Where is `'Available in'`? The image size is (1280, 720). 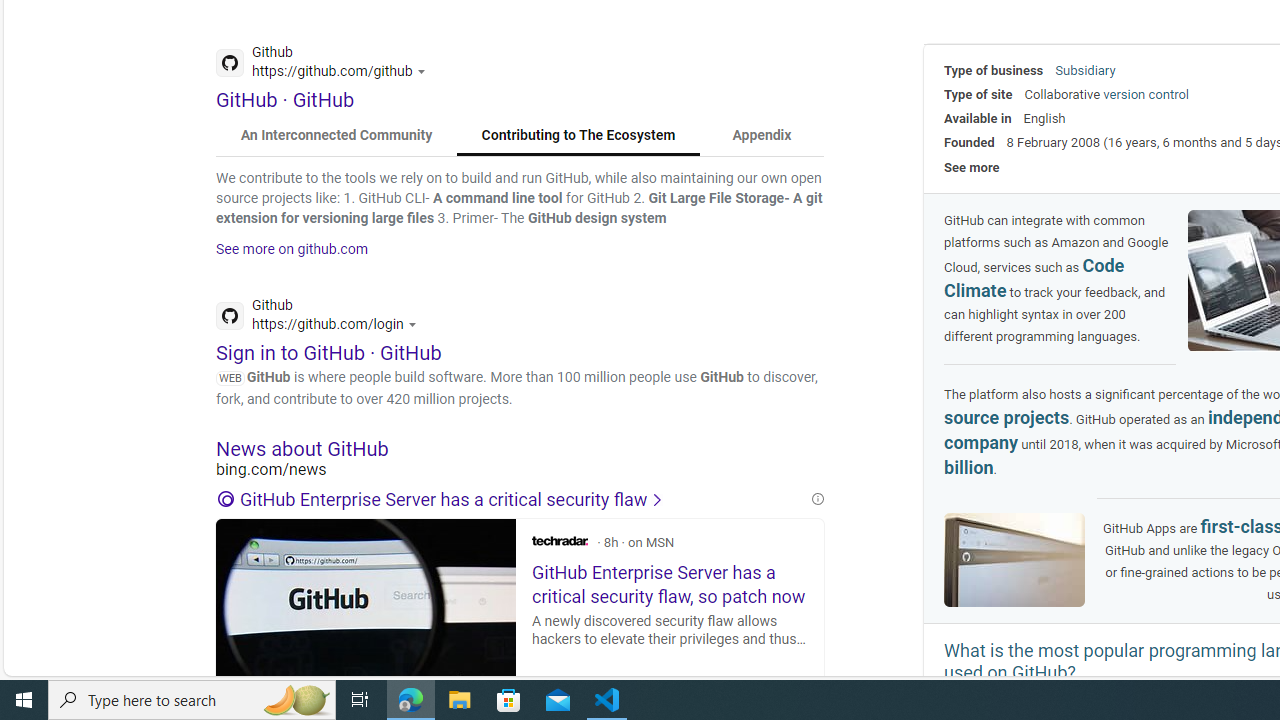 'Available in' is located at coordinates (978, 118).